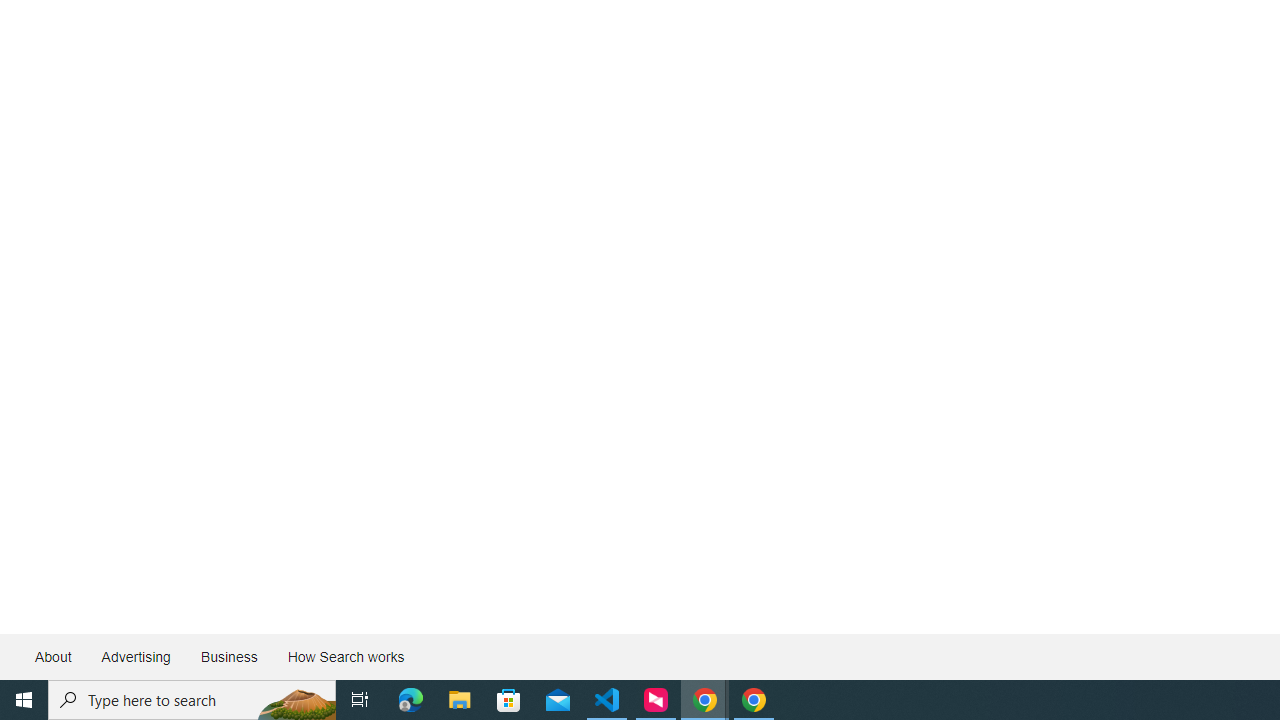 The height and width of the screenshot is (720, 1280). Describe the element at coordinates (134, 657) in the screenshot. I see `'Advertising'` at that location.